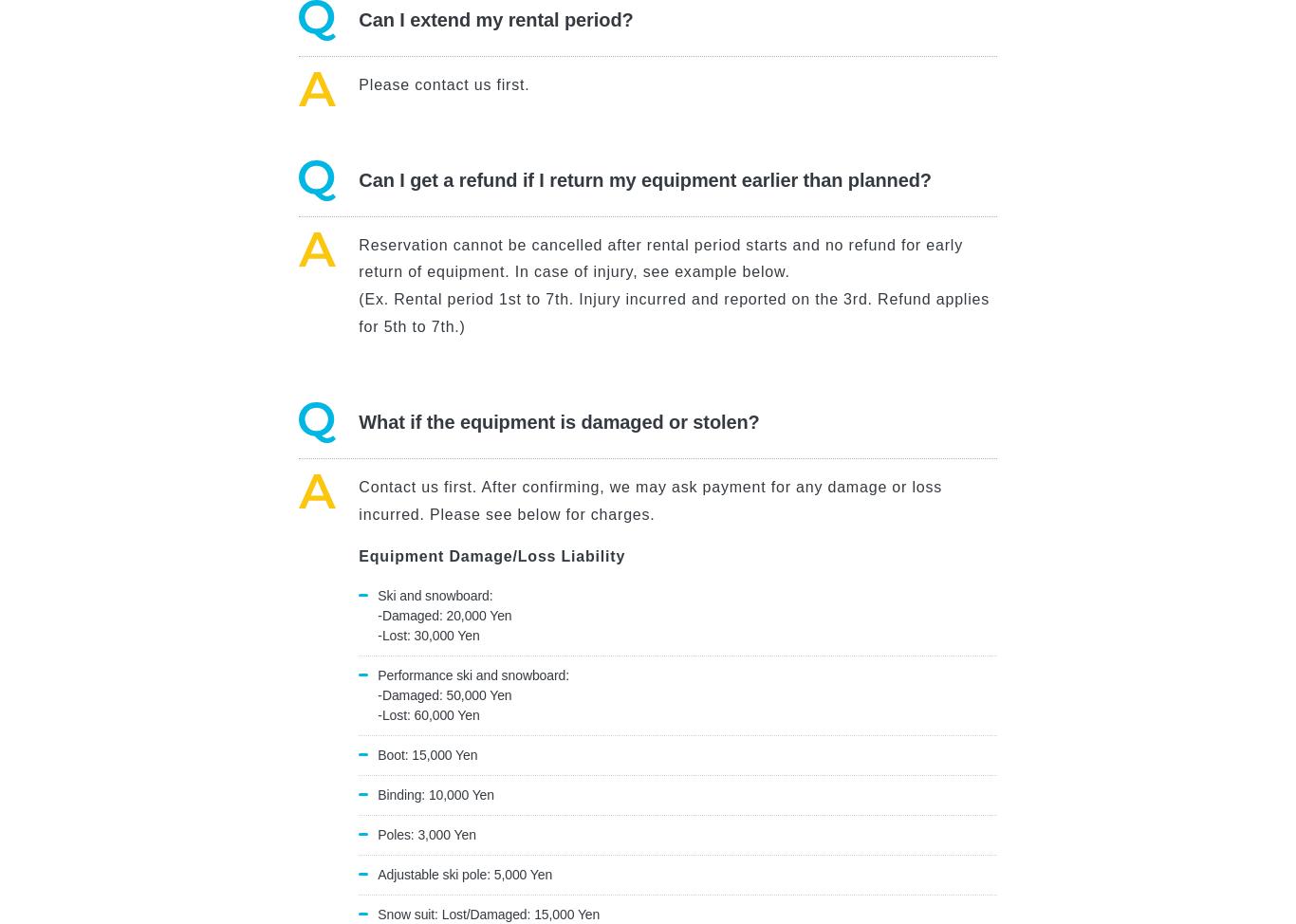 Image resolution: width=1296 pixels, height=924 pixels. Describe the element at coordinates (237, 493) in the screenshot. I see `'Kita 10 Jo Nishi 16 Chome 28 Takushoku 2F, Chuo-ku, Sapporo, Hokkaido, JAPAN 060-0010'` at that location.